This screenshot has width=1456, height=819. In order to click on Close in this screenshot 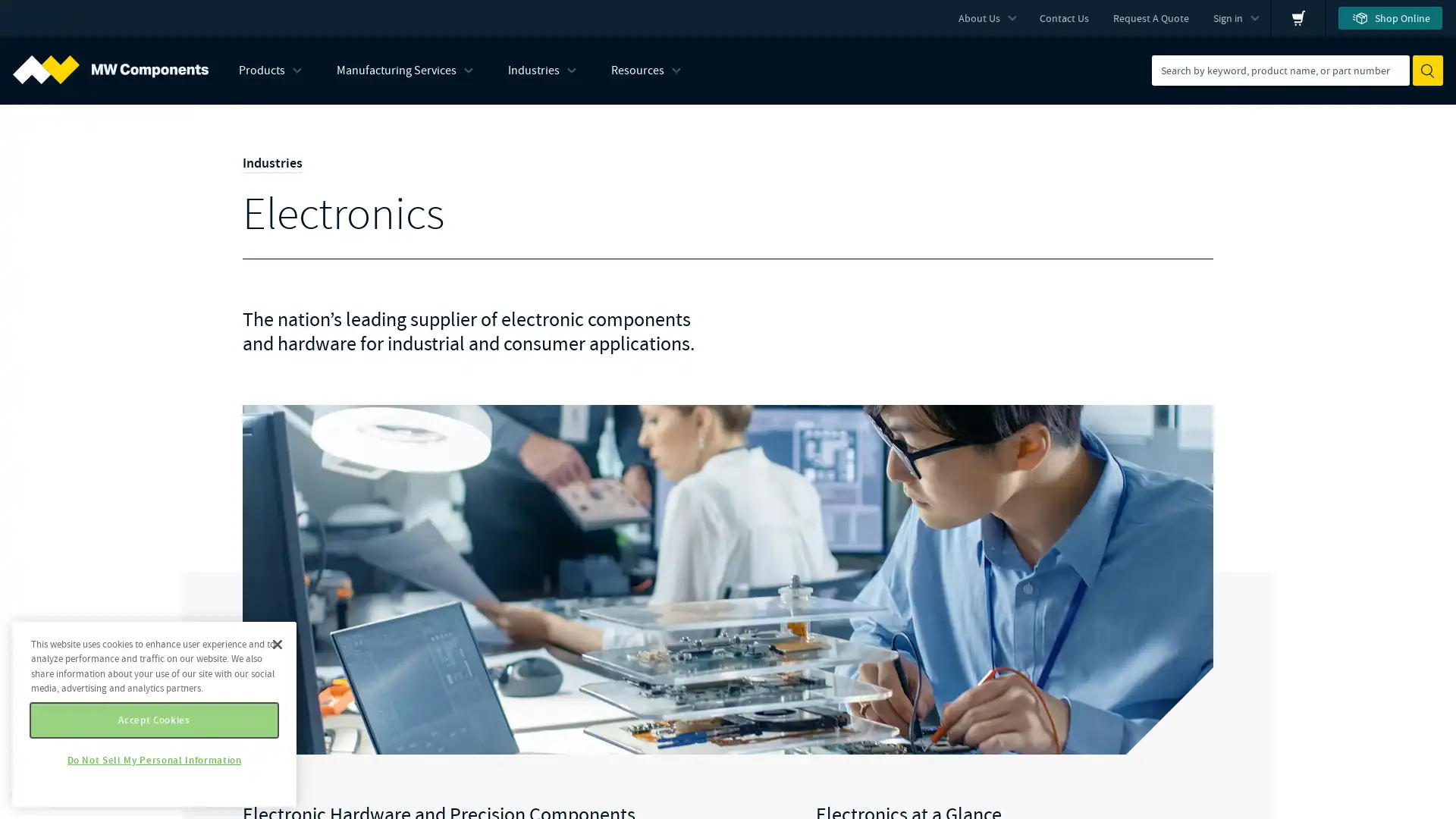, I will do `click(277, 643)`.